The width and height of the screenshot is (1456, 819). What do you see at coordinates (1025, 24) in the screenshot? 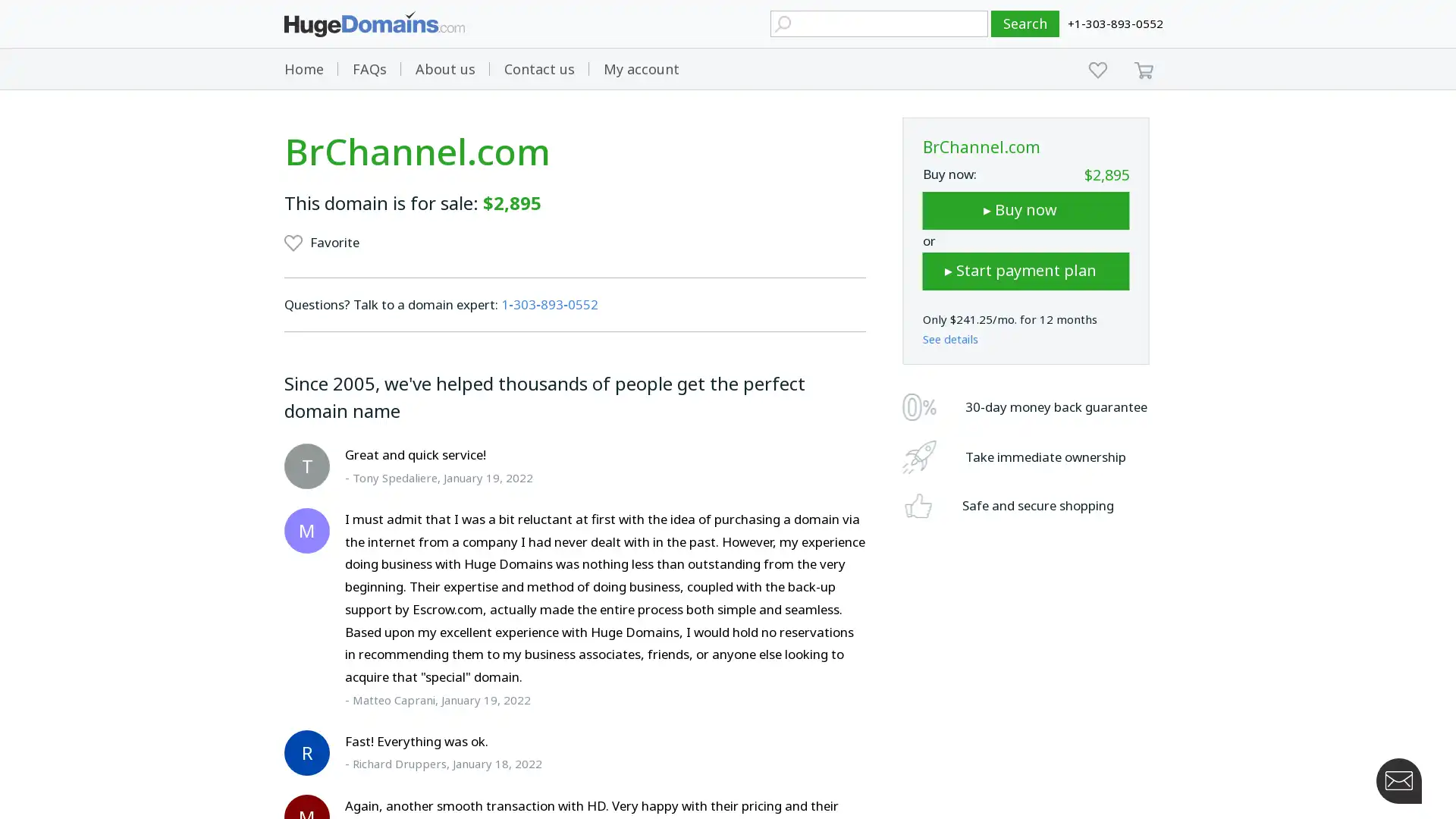
I see `Search` at bounding box center [1025, 24].